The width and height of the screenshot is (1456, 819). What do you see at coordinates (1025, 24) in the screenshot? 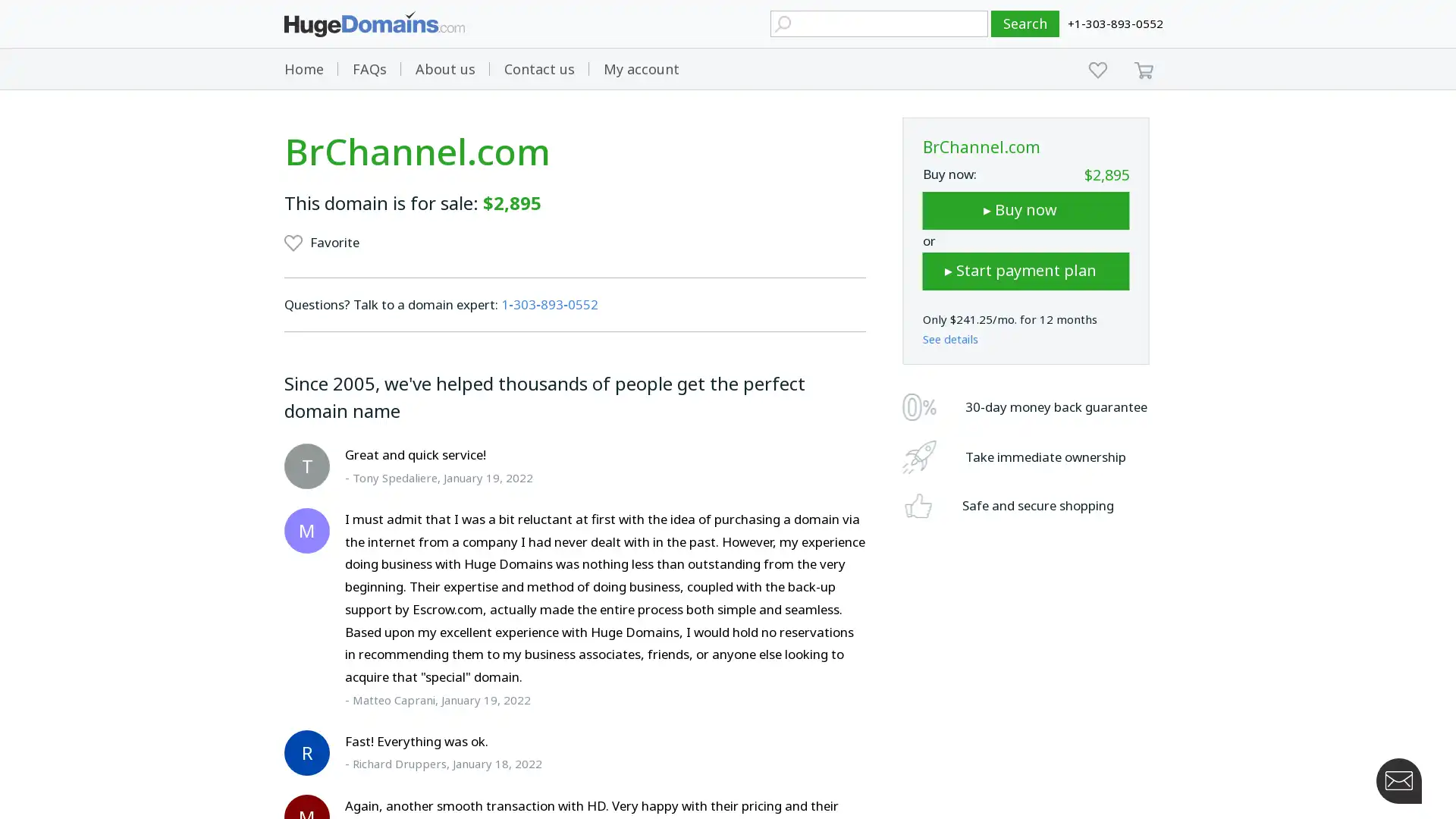
I see `Search` at bounding box center [1025, 24].